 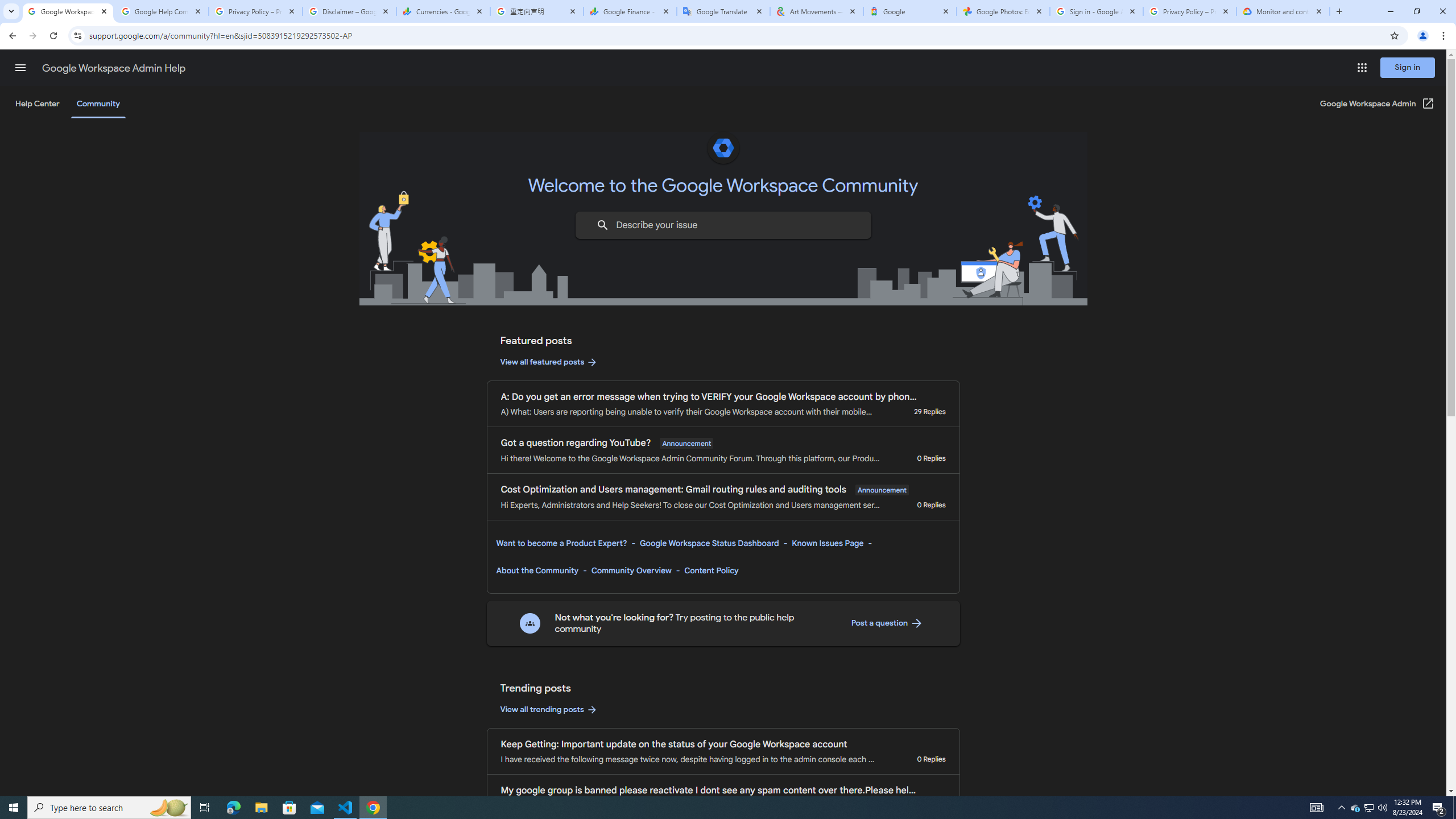 I want to click on 'Want to become a Product Expert?', so click(x=561, y=542).